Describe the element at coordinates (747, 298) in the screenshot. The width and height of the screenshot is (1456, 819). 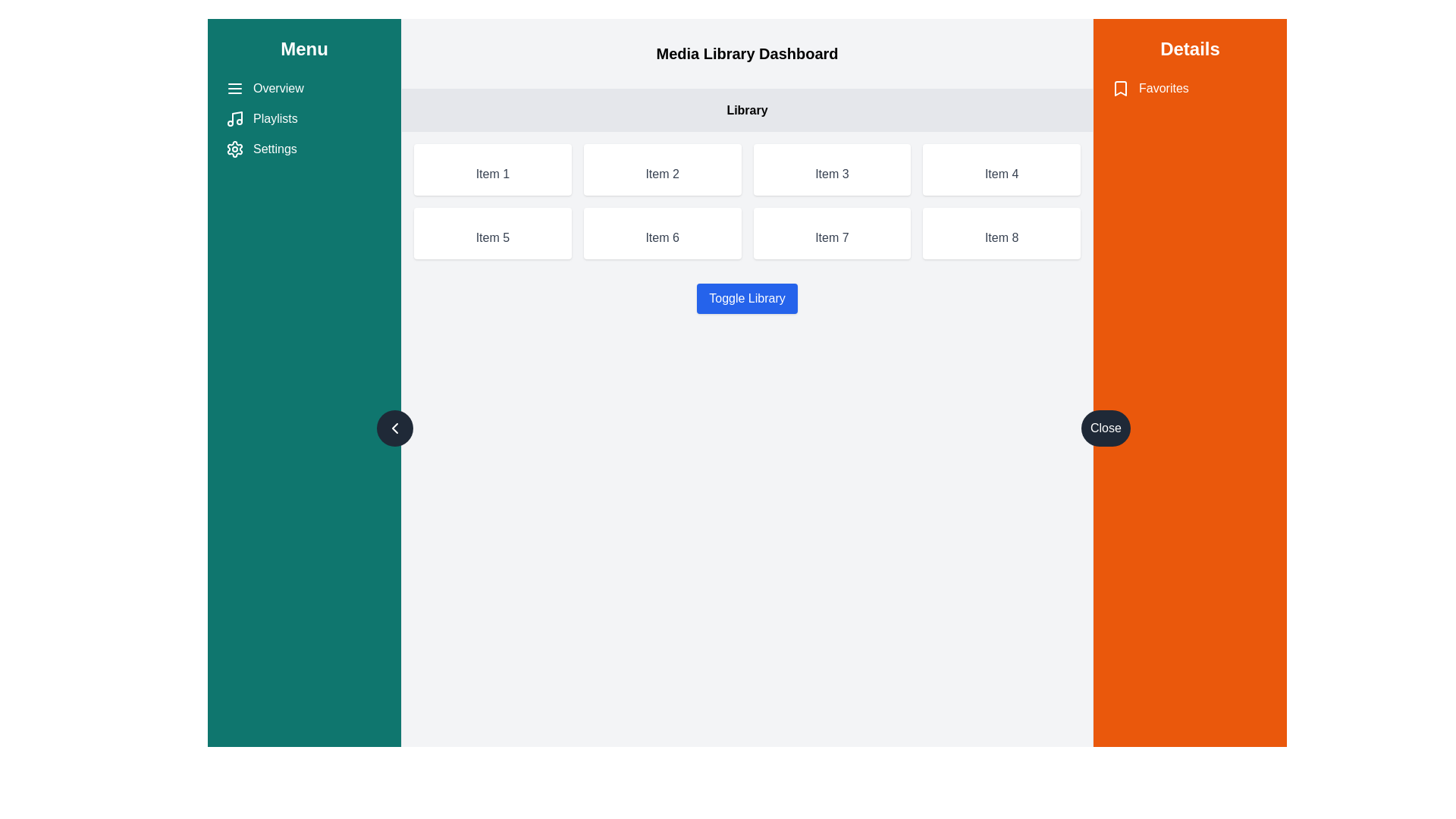
I see `the 'Toggle Library' button to enable keyboard interaction` at that location.